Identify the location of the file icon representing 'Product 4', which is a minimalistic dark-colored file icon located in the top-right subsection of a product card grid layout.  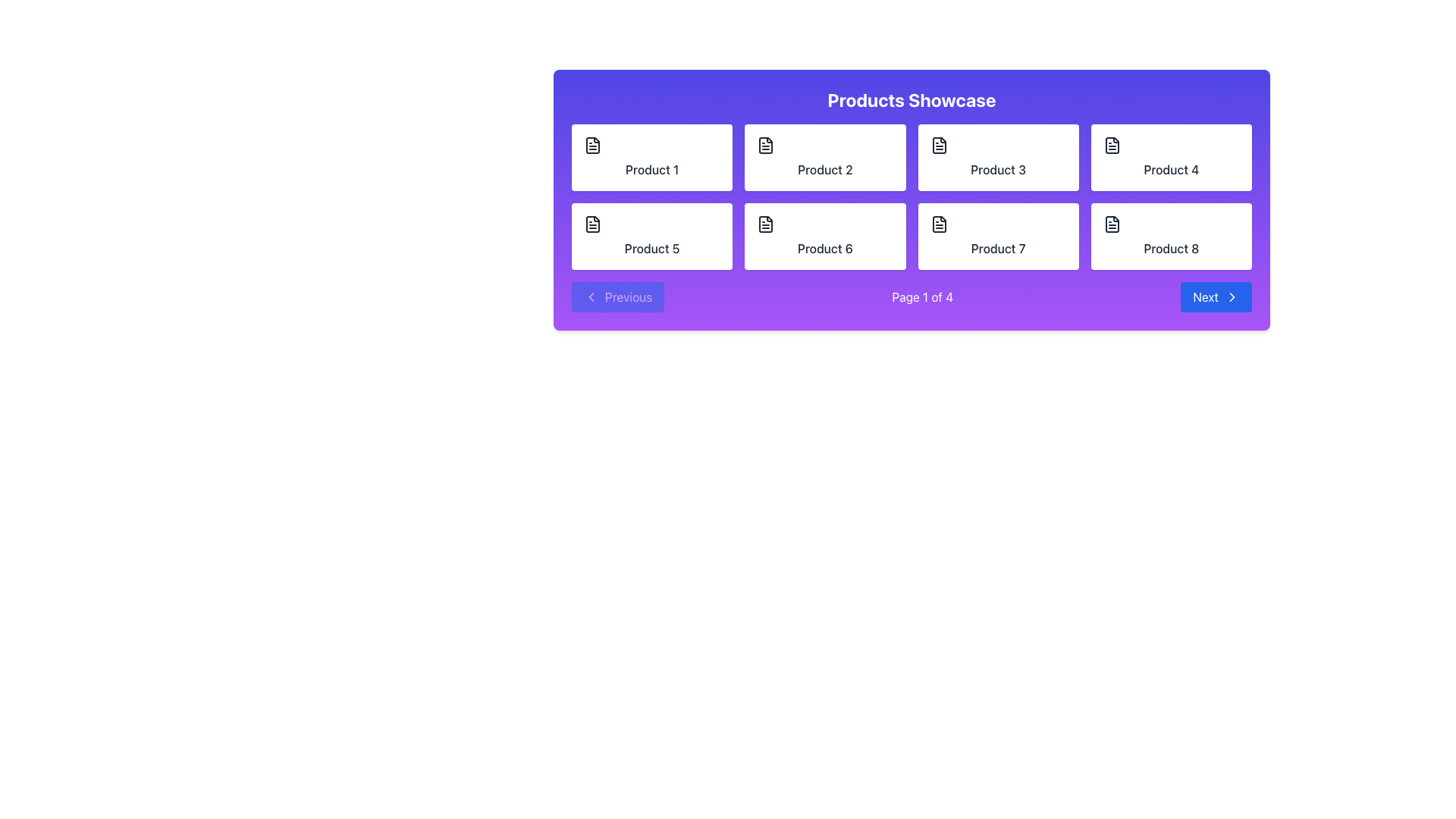
(1112, 146).